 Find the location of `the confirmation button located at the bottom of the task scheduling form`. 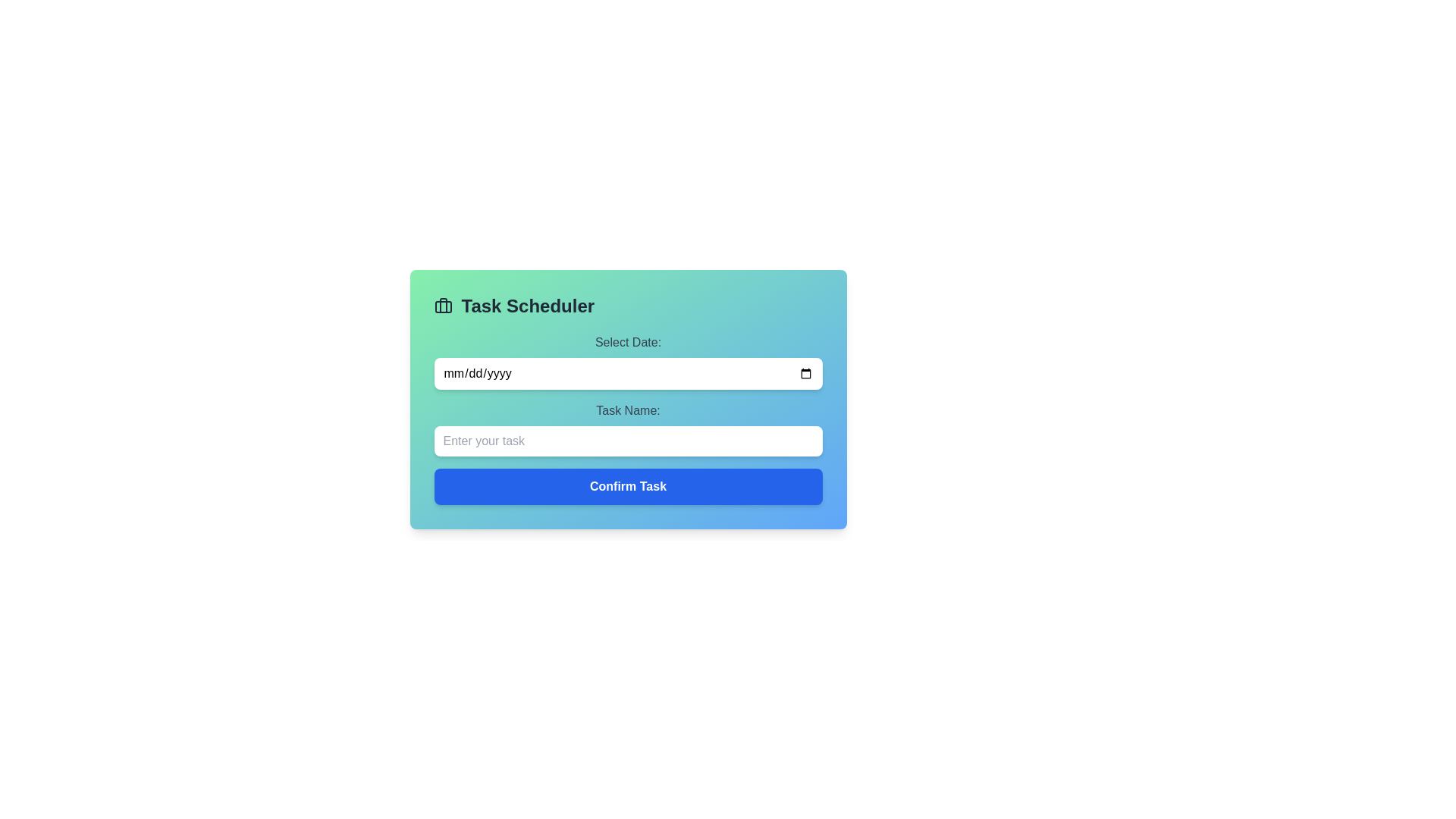

the confirmation button located at the bottom of the task scheduling form is located at coordinates (628, 486).